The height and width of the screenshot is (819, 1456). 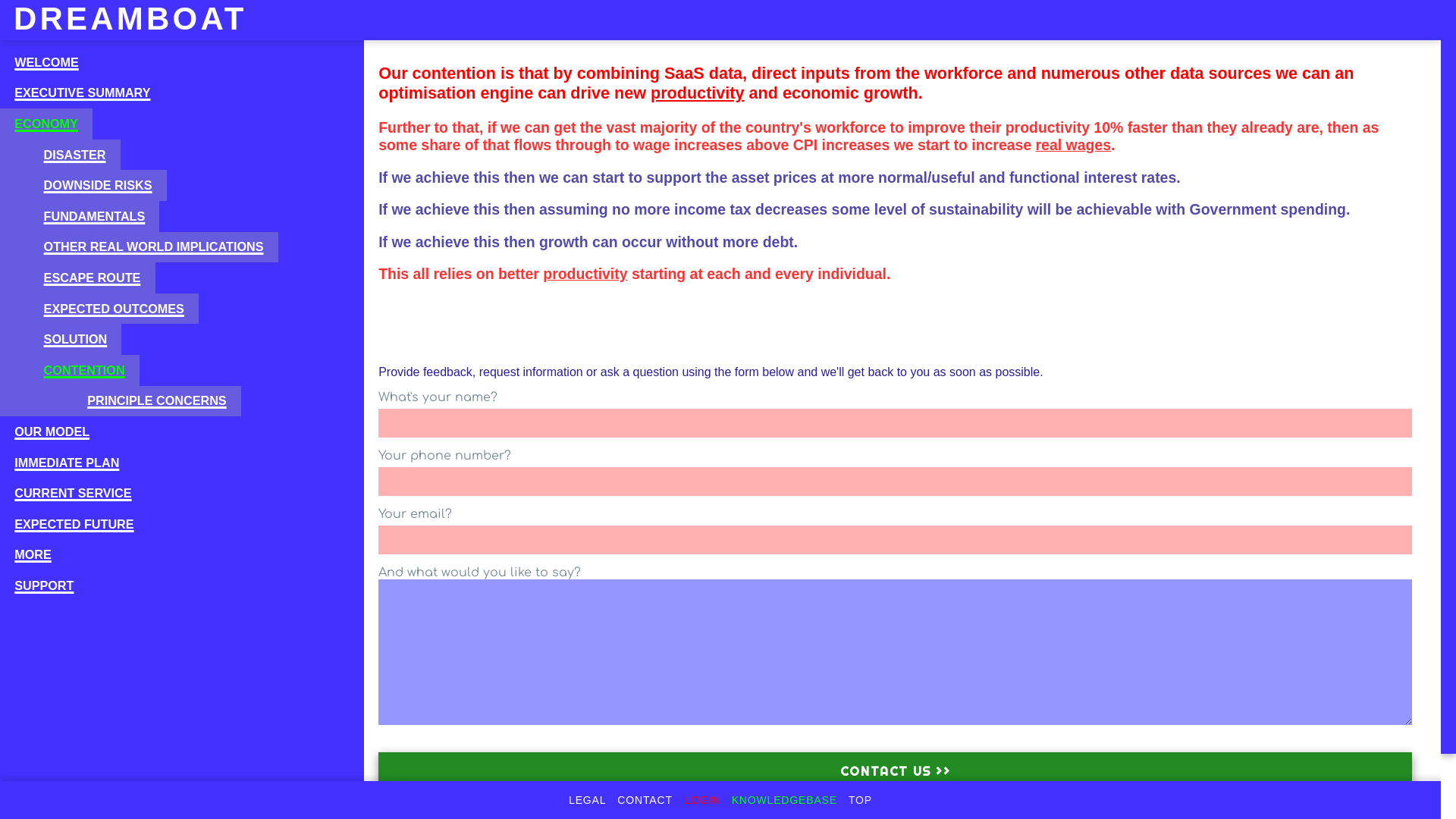 I want to click on 'OUR MODEL', so click(x=52, y=431).